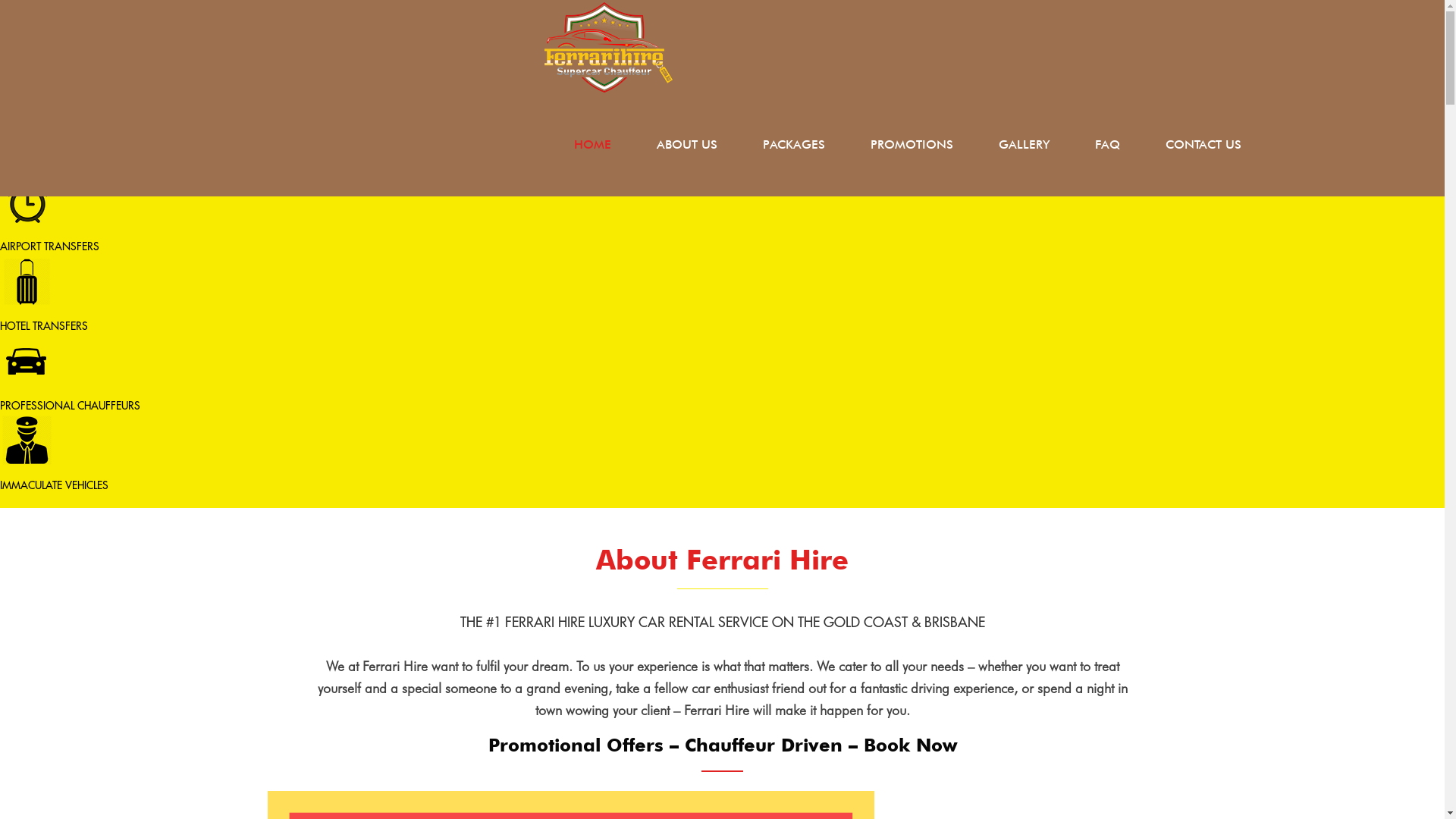  What do you see at coordinates (550, 145) in the screenshot?
I see `'HOME'` at bounding box center [550, 145].